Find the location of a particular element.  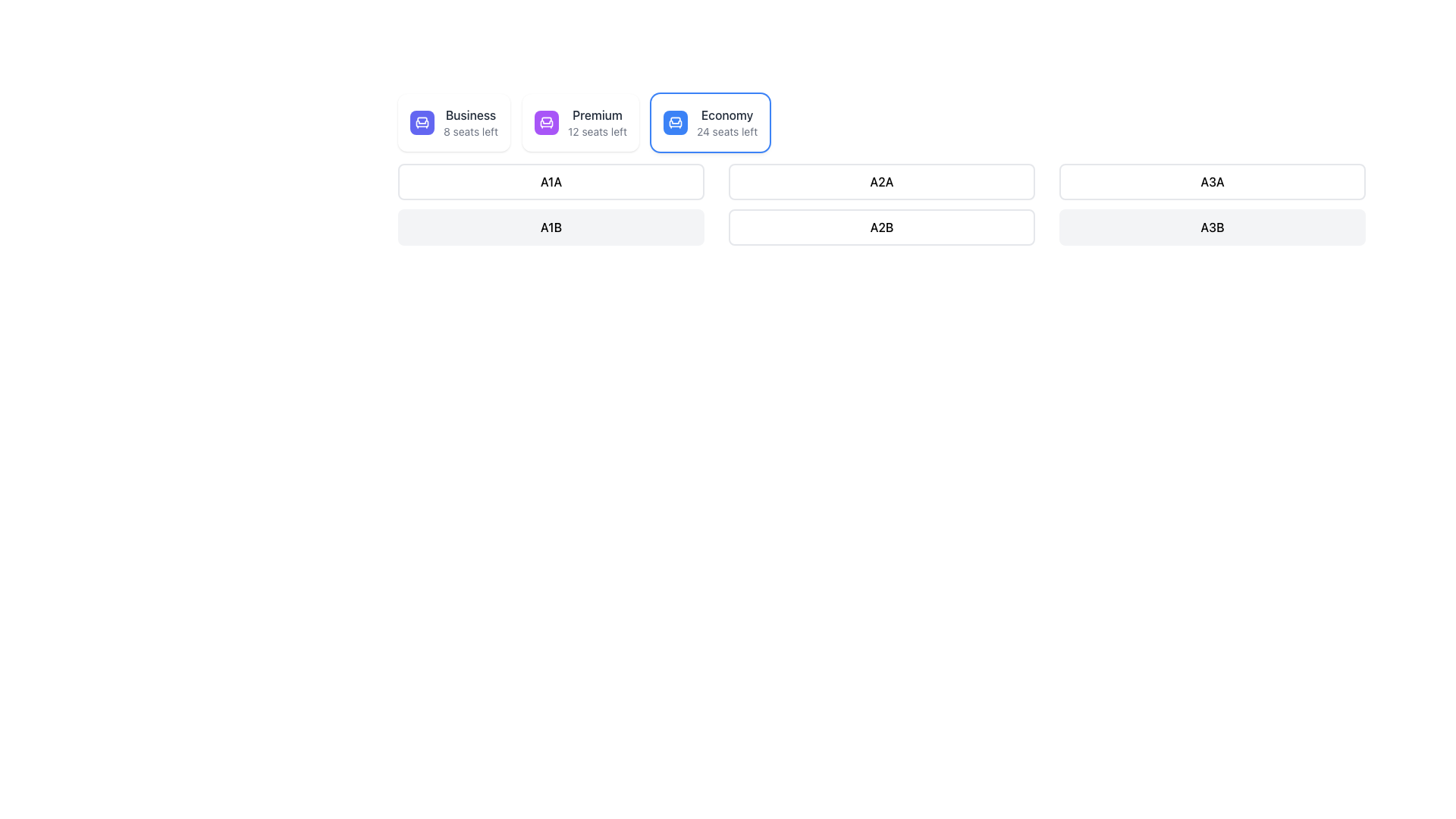

the Icon Button with a rounded indigo square containing a white armchair icon, positioned above the 'Business' label stating '8 seats left' is located at coordinates (422, 122).